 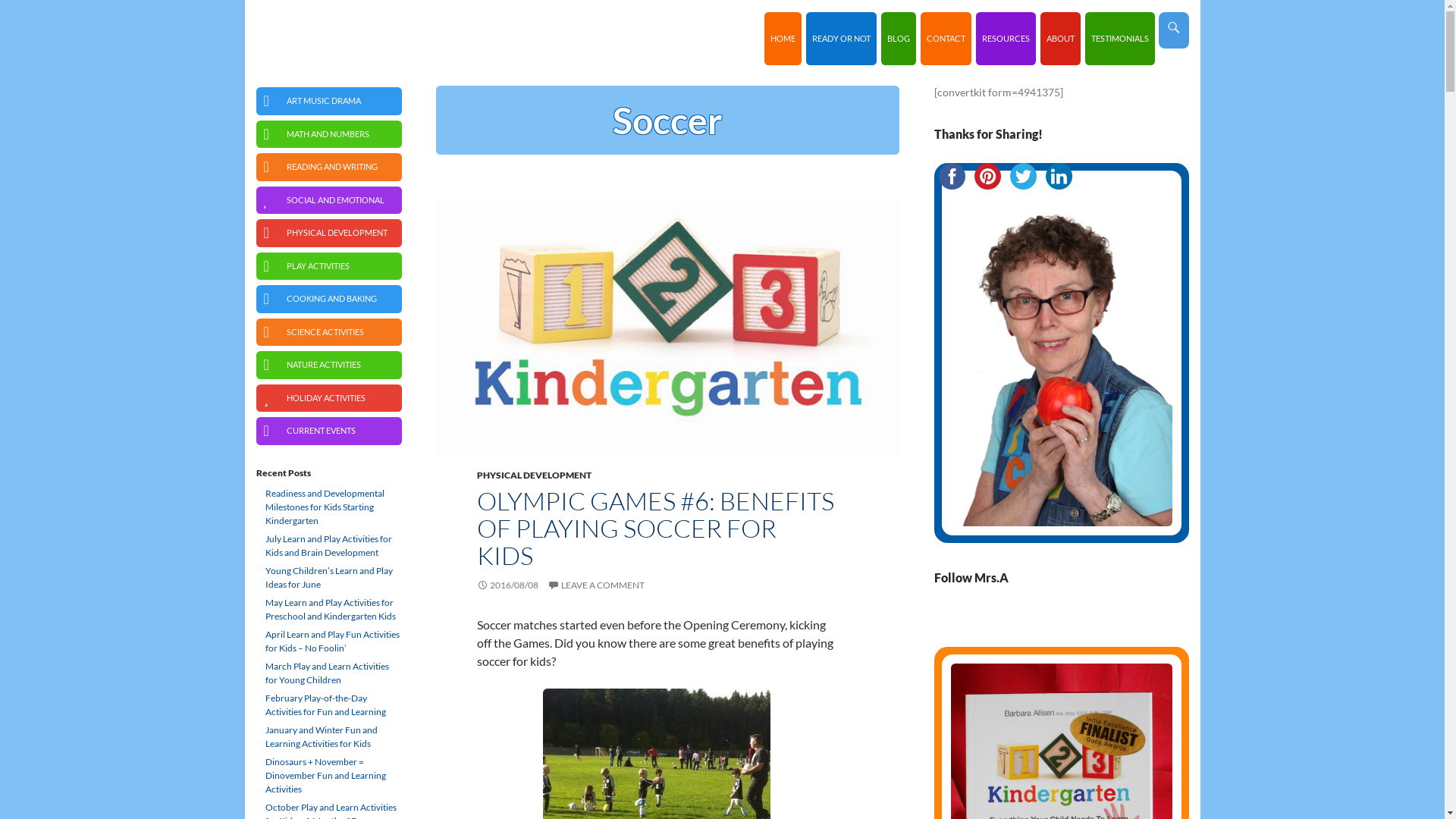 I want to click on 'BLOG', so click(x=899, y=37).